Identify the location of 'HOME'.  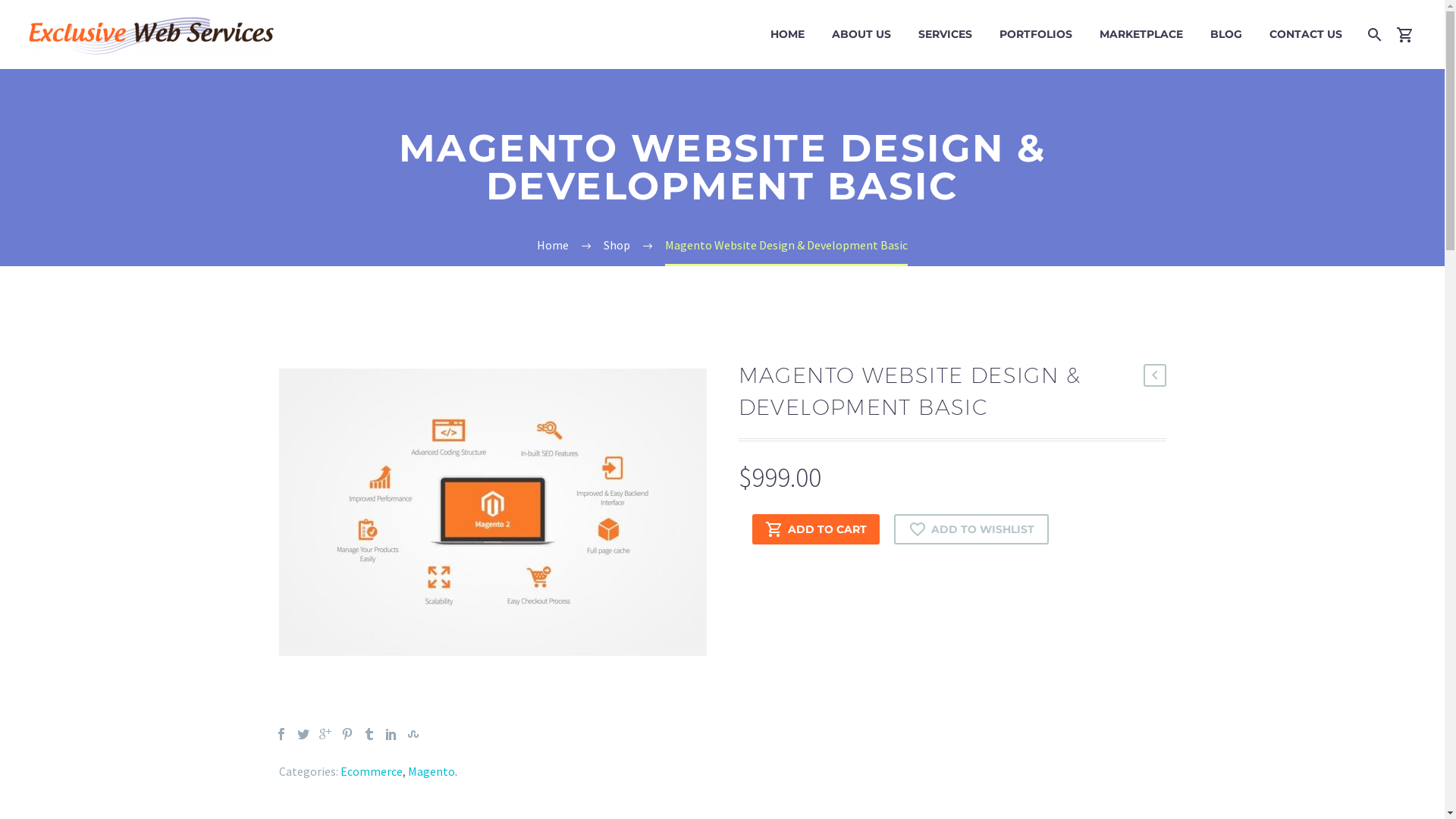
(787, 34).